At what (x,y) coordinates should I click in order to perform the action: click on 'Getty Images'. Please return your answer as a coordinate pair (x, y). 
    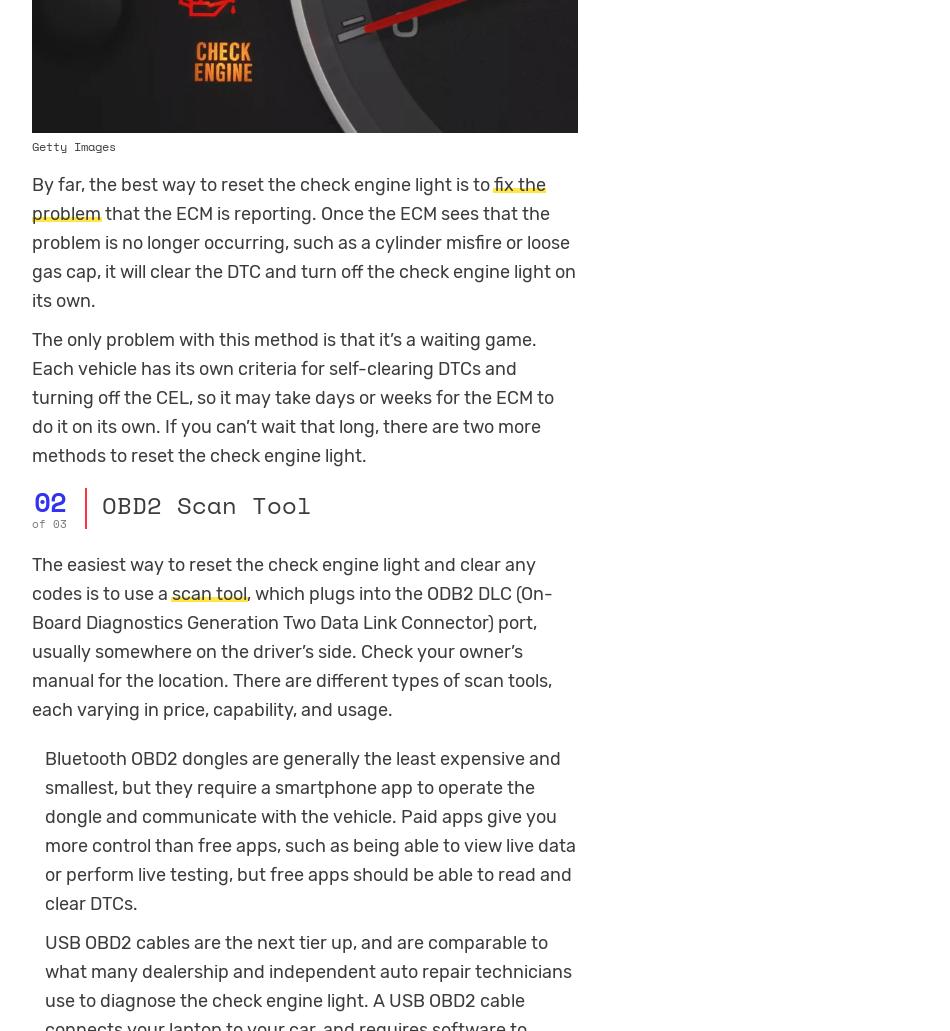
    Looking at the image, I should click on (32, 144).